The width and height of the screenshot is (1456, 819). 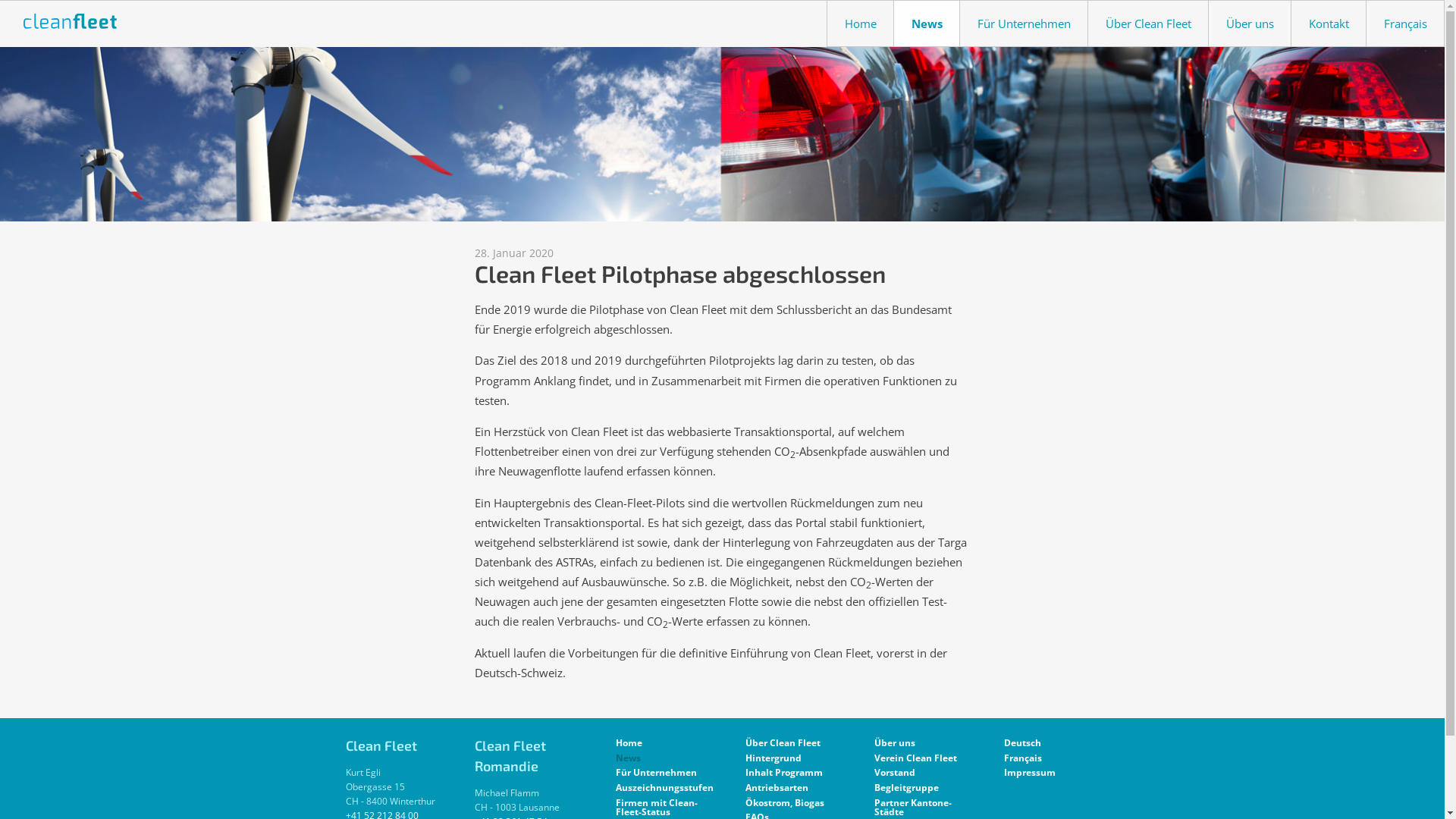 What do you see at coordinates (786, 786) in the screenshot?
I see `'Antriebsarten'` at bounding box center [786, 786].